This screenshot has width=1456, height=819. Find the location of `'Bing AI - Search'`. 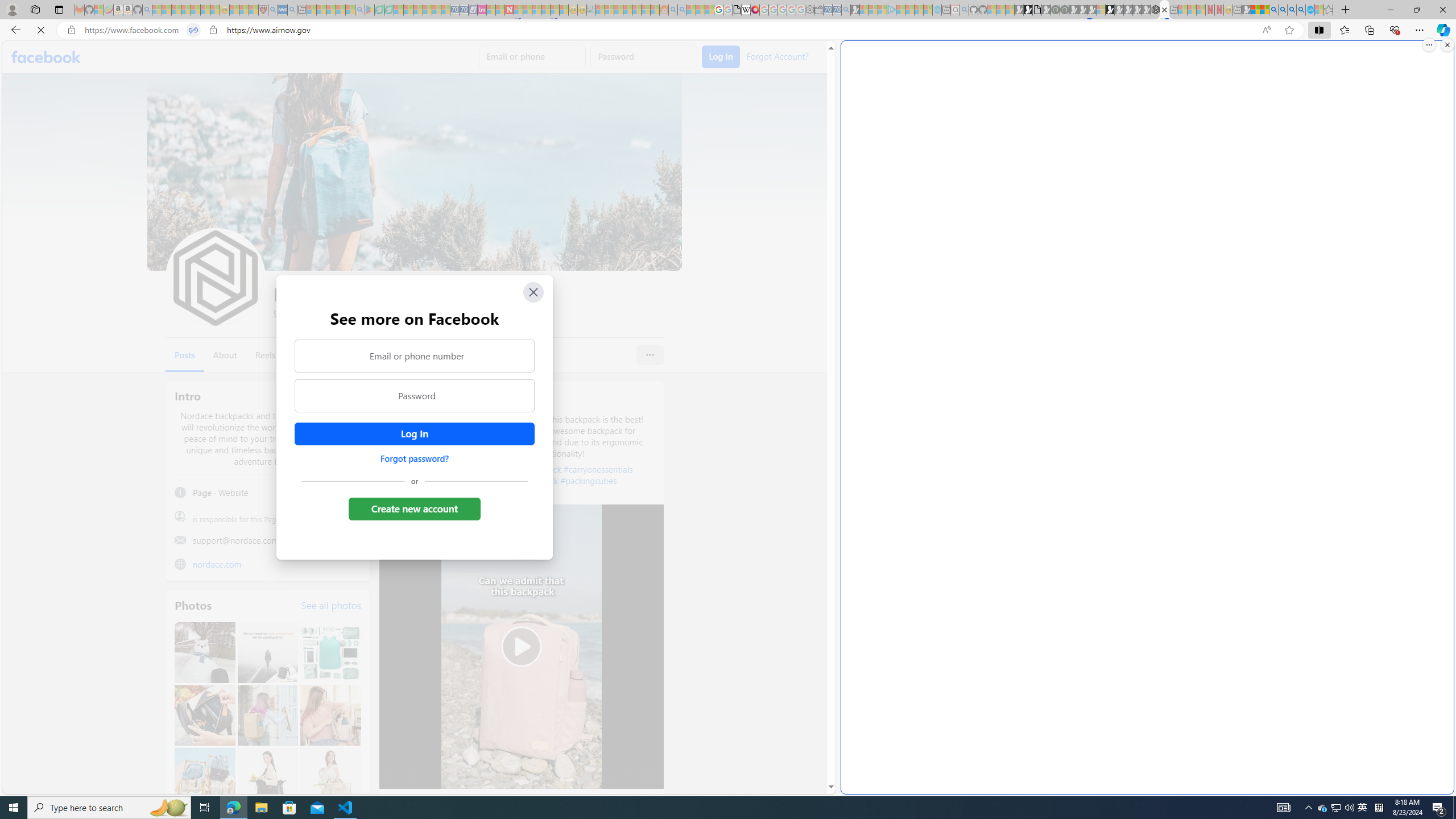

'Bing AI - Search' is located at coordinates (1272, 9).